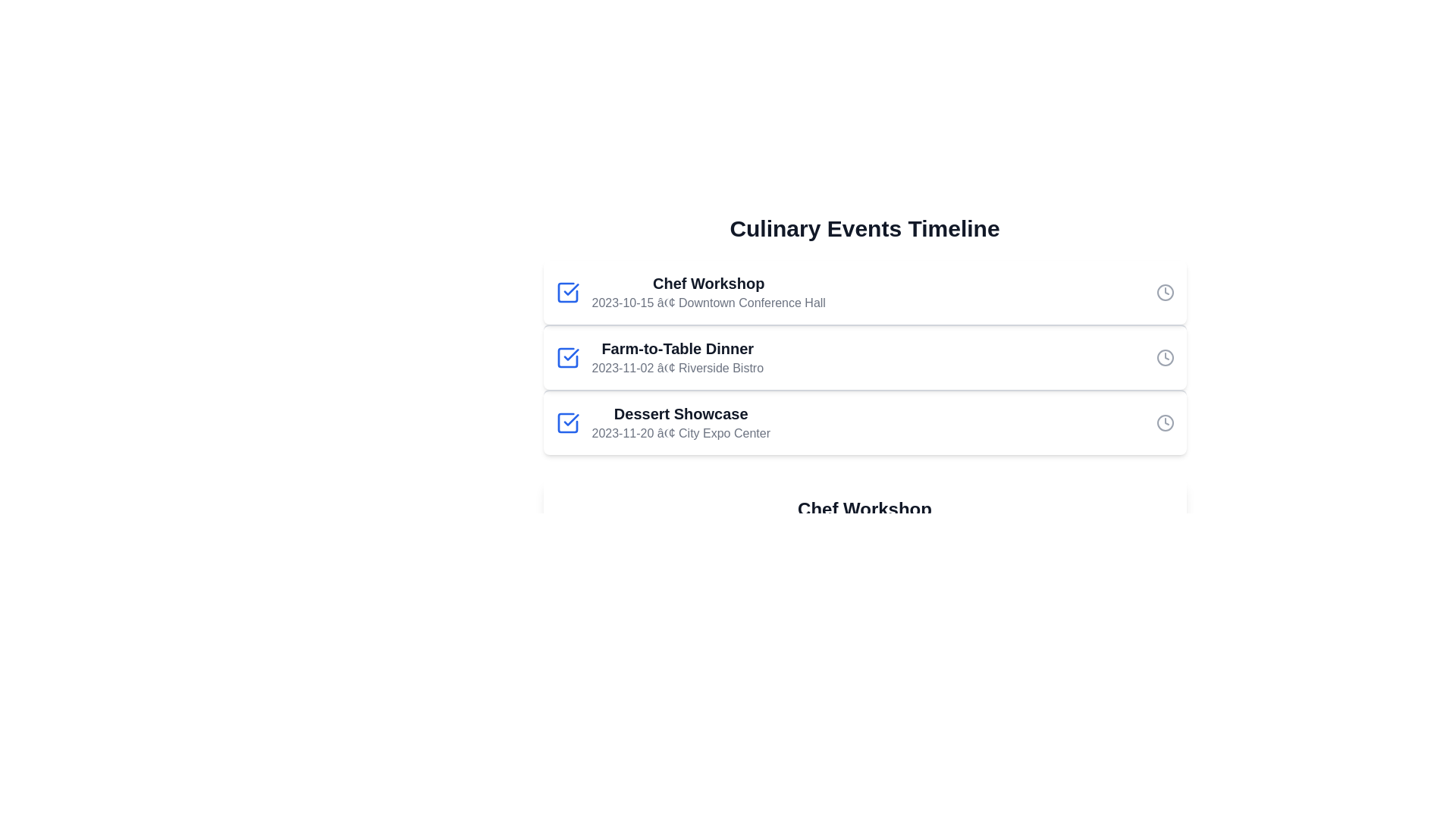 The height and width of the screenshot is (819, 1456). What do you see at coordinates (566, 292) in the screenshot?
I see `the first SVG icon indicating the selection or status of the 'Chef Workshop' event` at bounding box center [566, 292].